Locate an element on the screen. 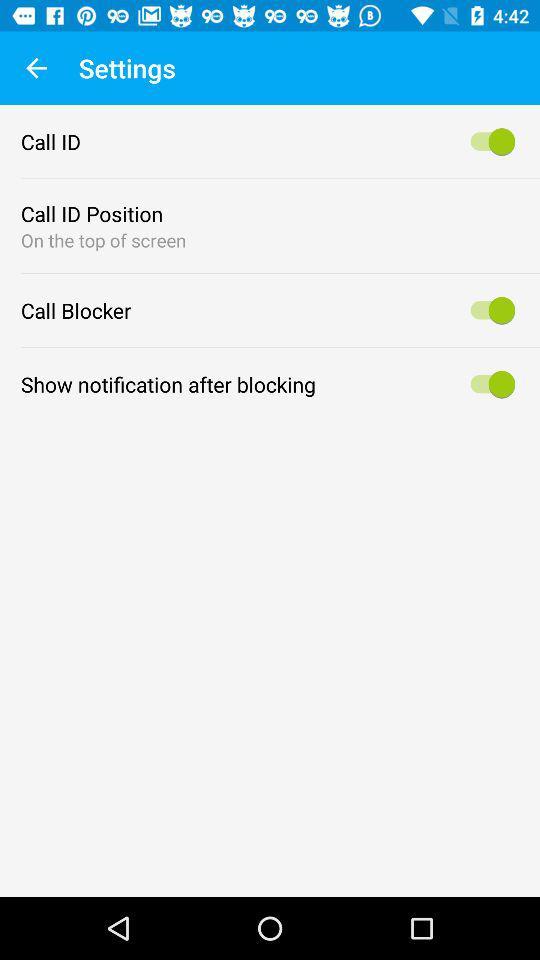  turn on caller id is located at coordinates (488, 140).